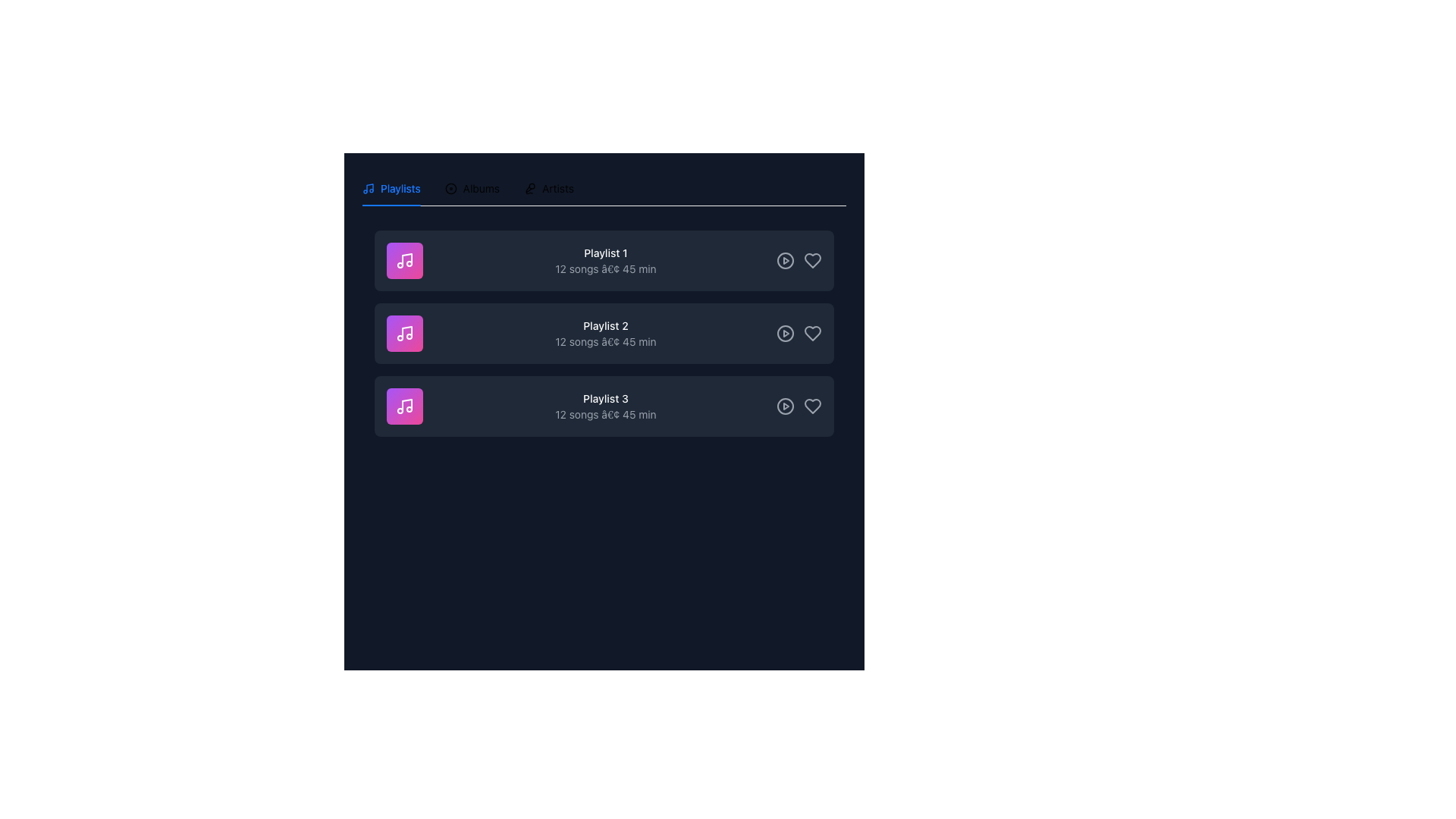  Describe the element at coordinates (603, 332) in the screenshot. I see `the List Item representing the playlist titled 'Playlist 2' in the music application` at that location.